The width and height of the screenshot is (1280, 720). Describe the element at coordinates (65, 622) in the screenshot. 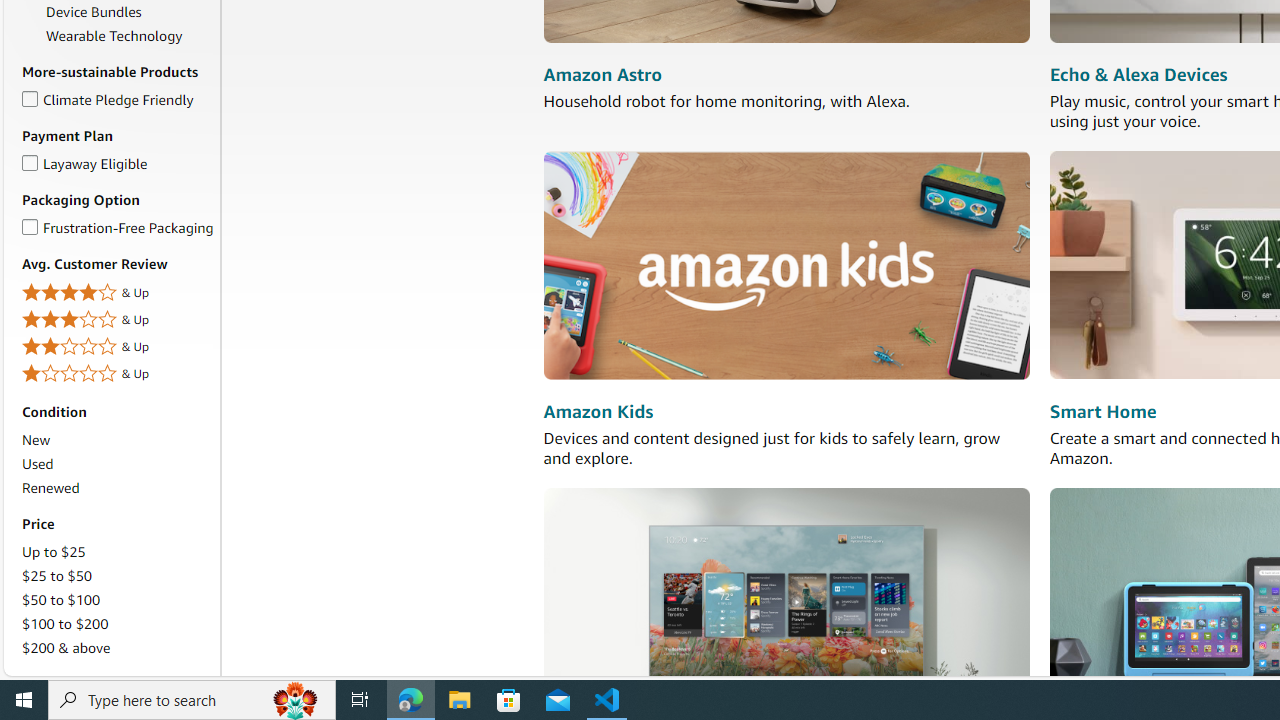

I see `'$100 to $200'` at that location.